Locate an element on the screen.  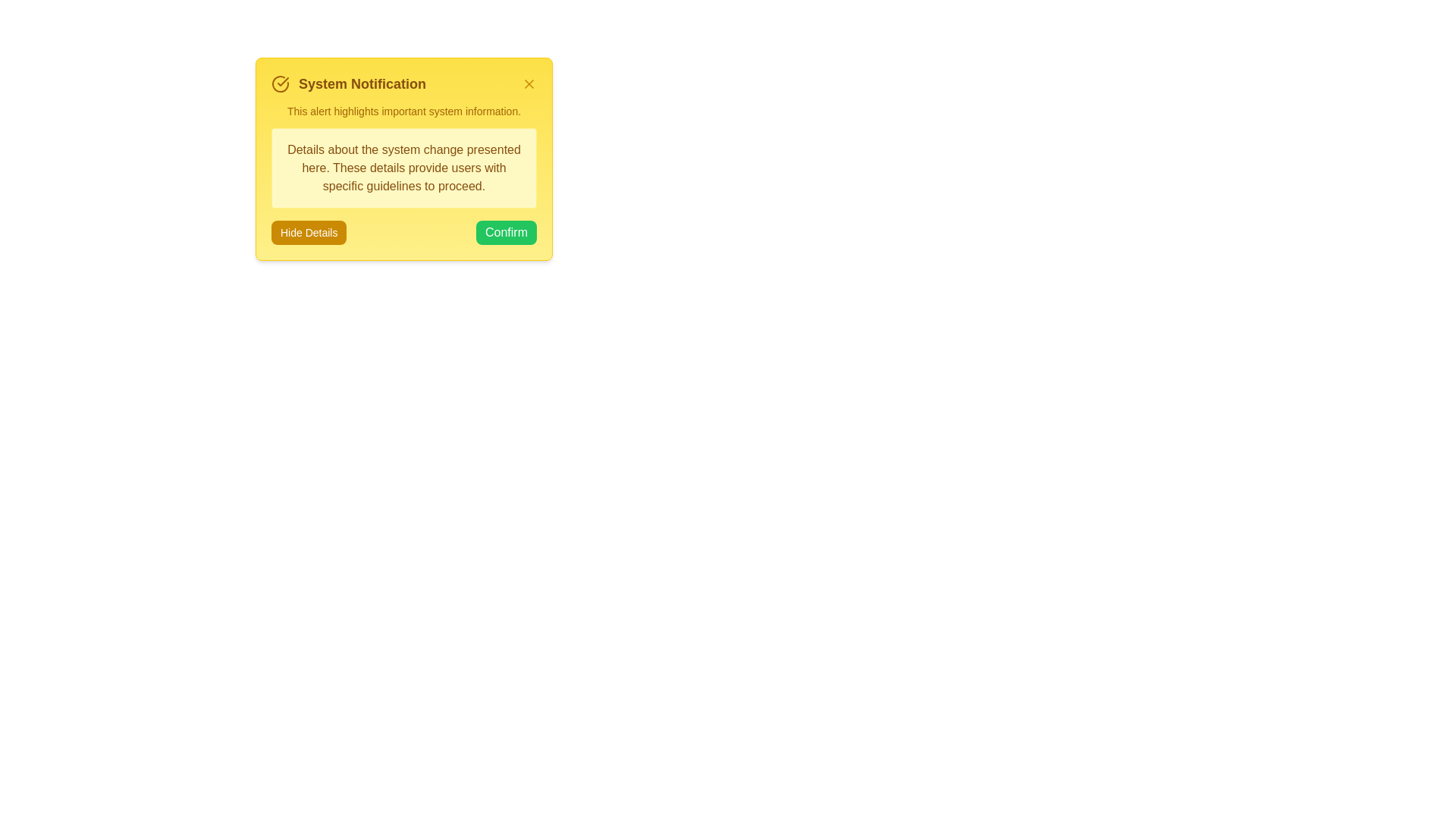
close button to dismiss the alert is located at coordinates (529, 84).